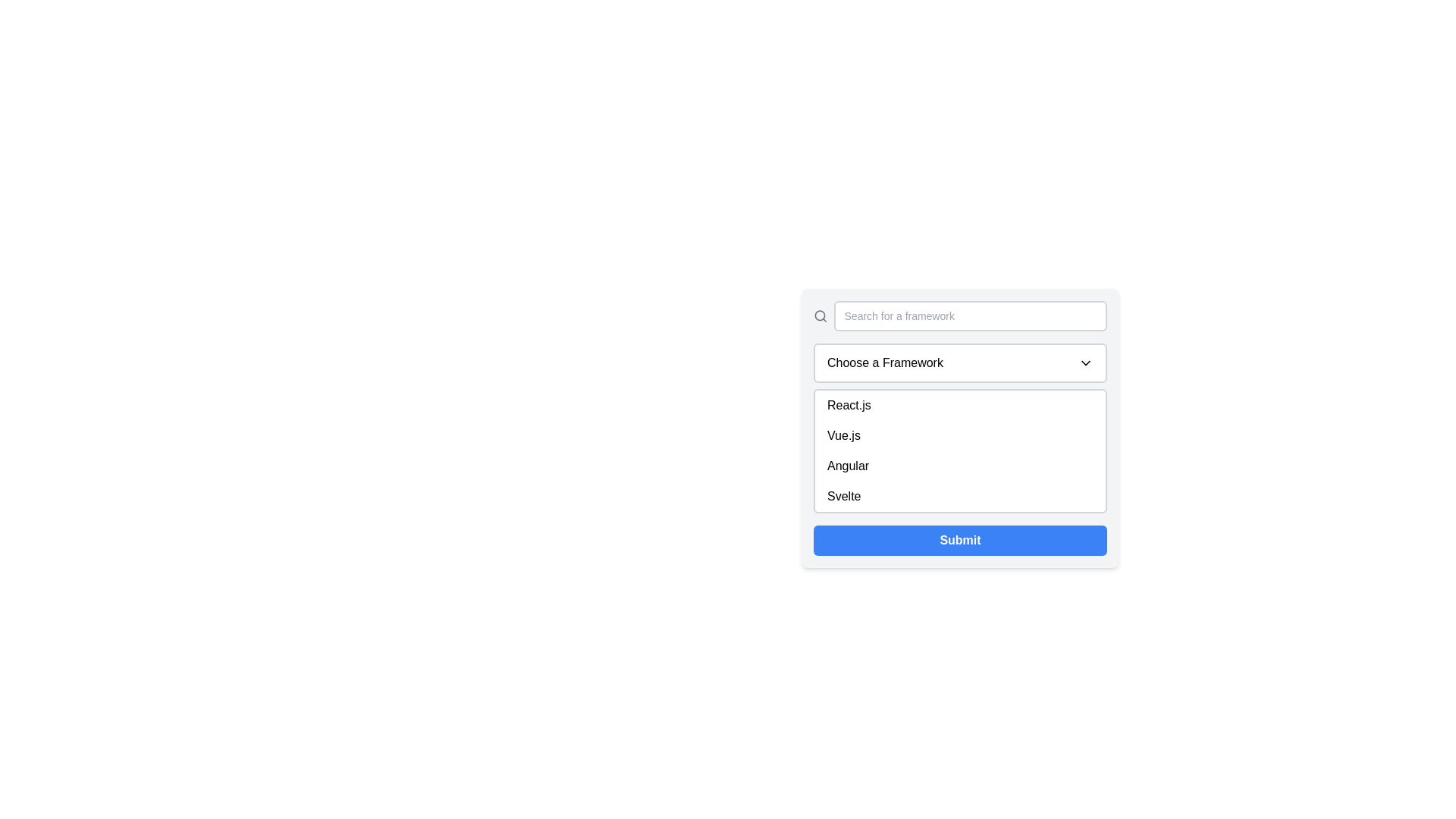 This screenshot has height=819, width=1456. What do you see at coordinates (959, 405) in the screenshot?
I see `the first list item 'React.js' in the dropdown menu` at bounding box center [959, 405].